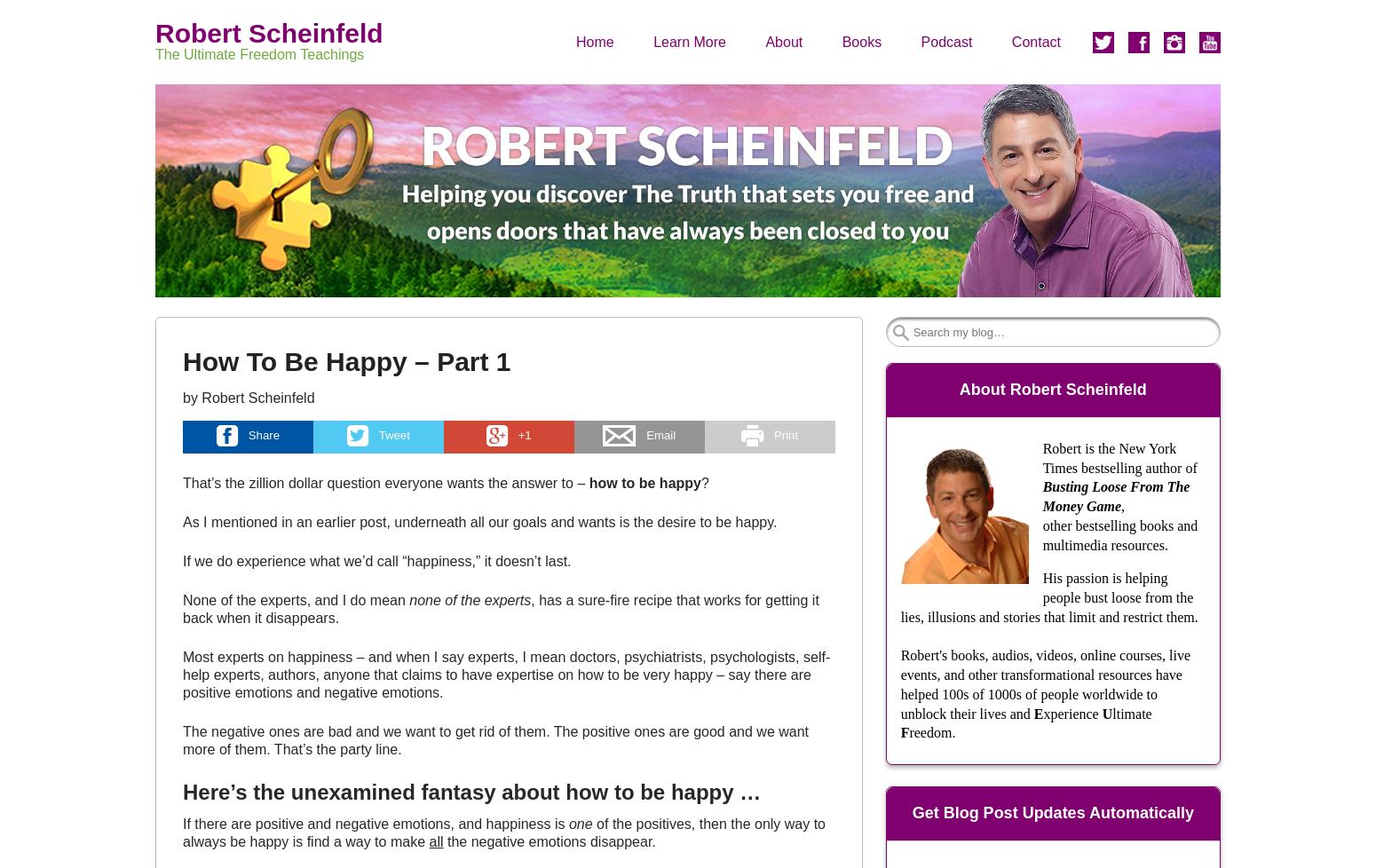 The width and height of the screenshot is (1376, 868). What do you see at coordinates (945, 41) in the screenshot?
I see `'Podcast'` at bounding box center [945, 41].